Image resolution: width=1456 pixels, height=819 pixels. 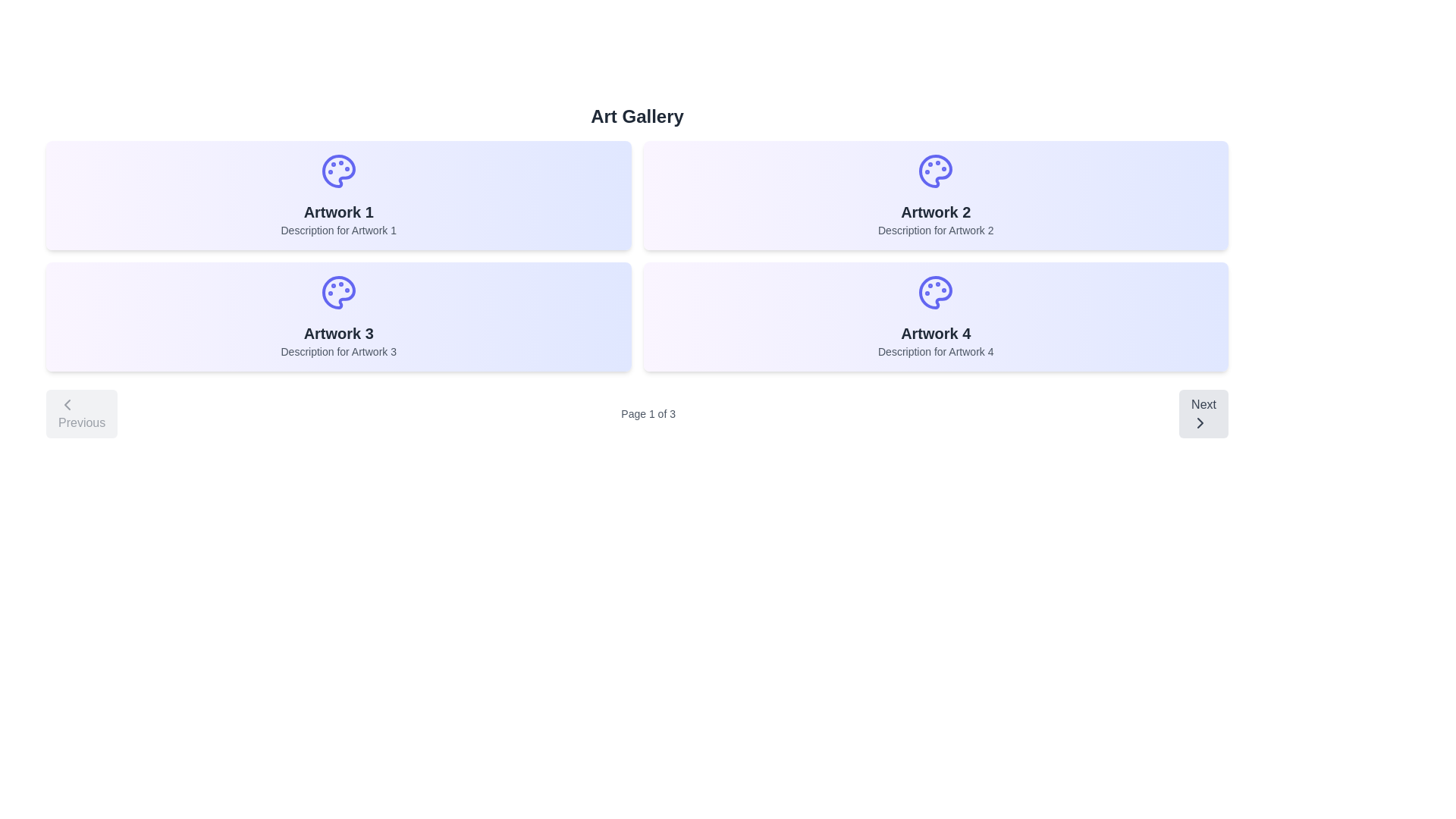 I want to click on the 'Artwork 3' text label, so click(x=337, y=332).